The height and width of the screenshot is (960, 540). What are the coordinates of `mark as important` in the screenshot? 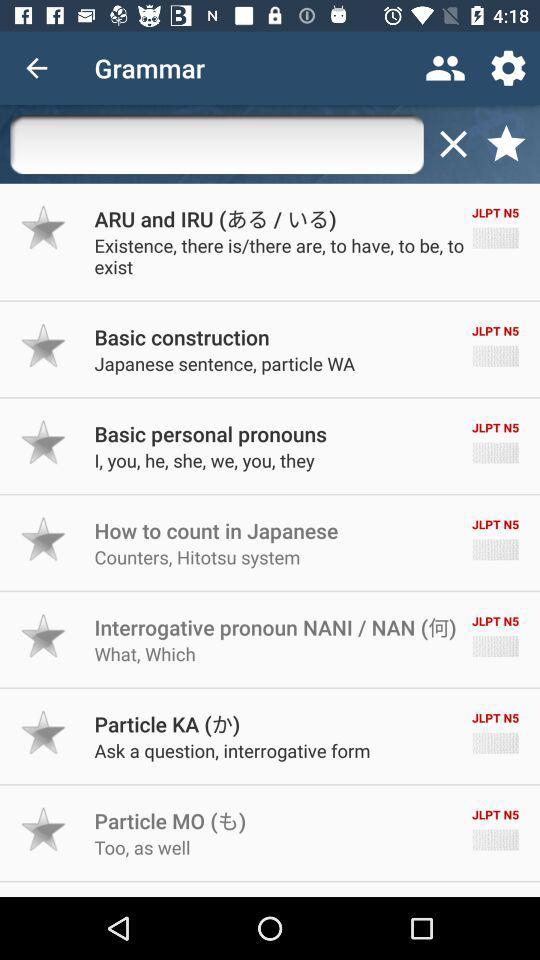 It's located at (44, 442).